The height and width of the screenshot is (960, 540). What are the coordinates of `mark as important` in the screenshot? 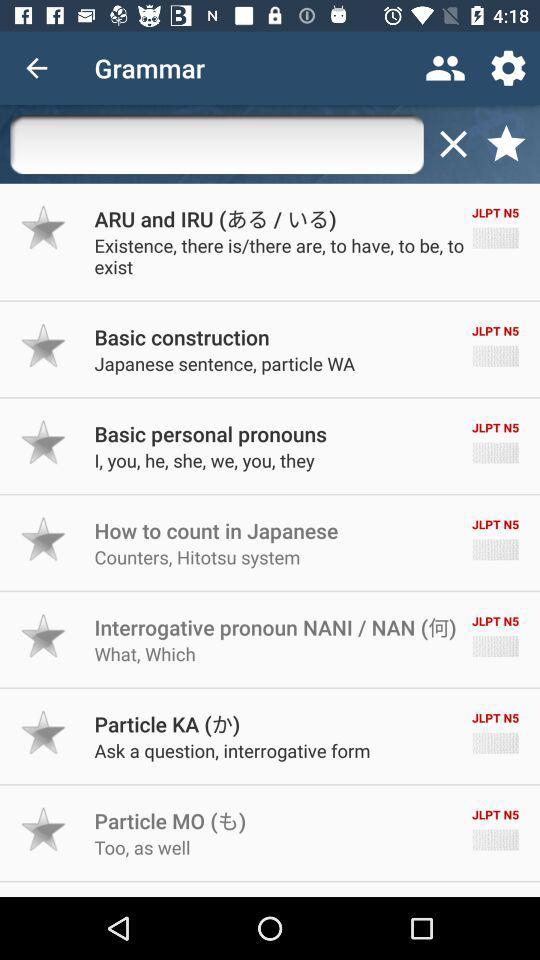 It's located at (44, 442).